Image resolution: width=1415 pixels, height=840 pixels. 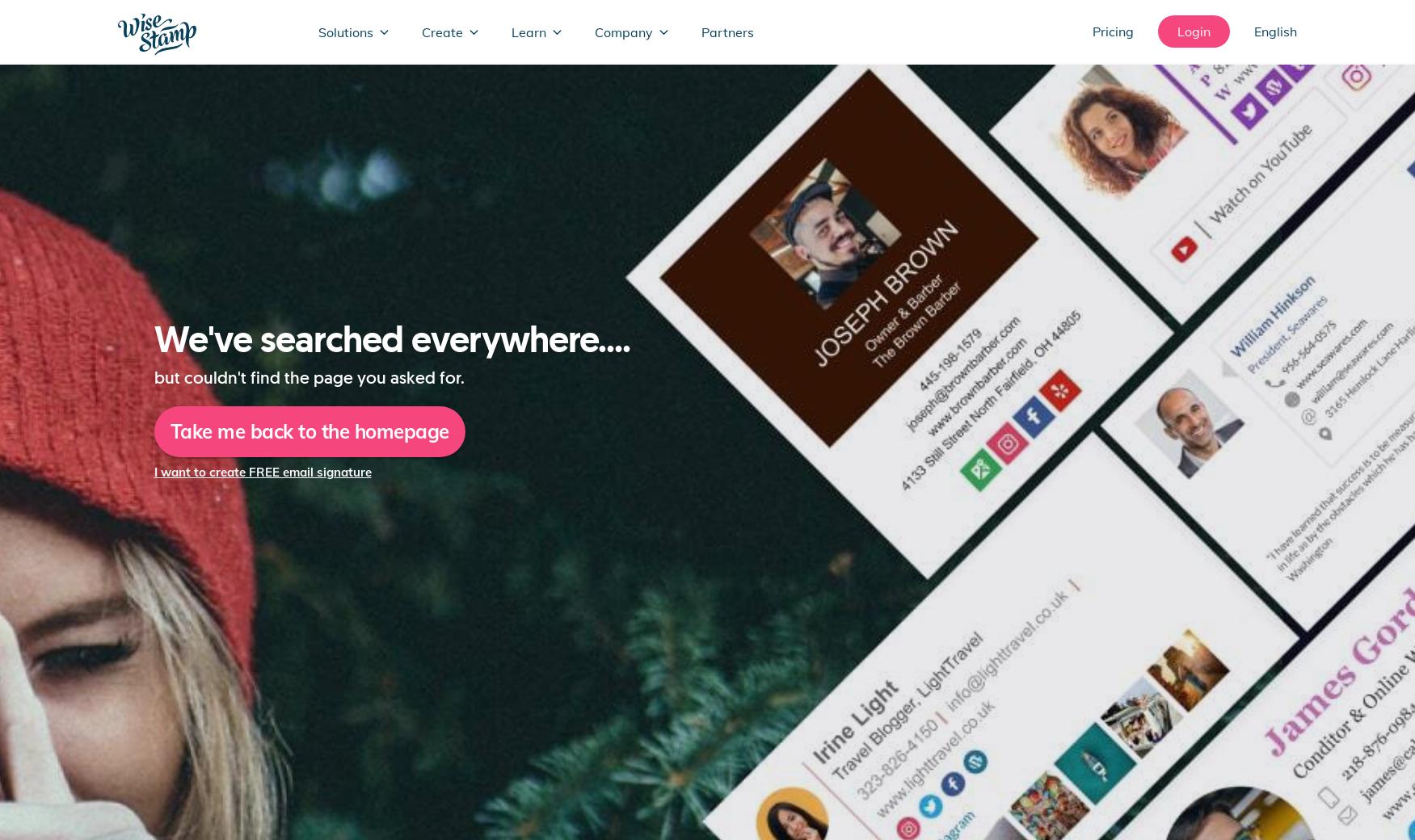 I want to click on 'Partners', so click(x=726, y=31).